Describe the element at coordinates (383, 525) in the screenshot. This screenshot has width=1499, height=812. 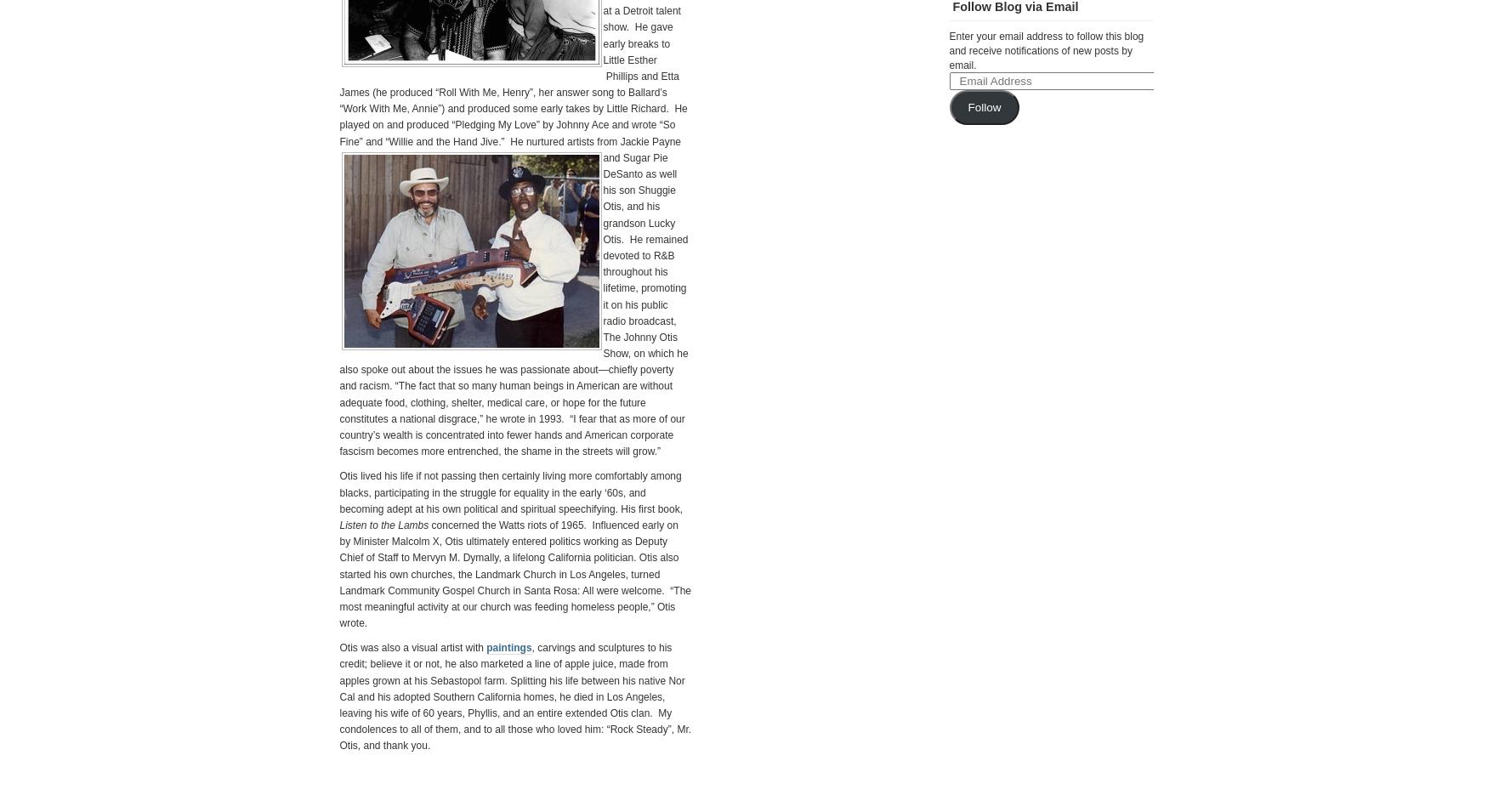
I see `'Listen to the Lambs'` at that location.